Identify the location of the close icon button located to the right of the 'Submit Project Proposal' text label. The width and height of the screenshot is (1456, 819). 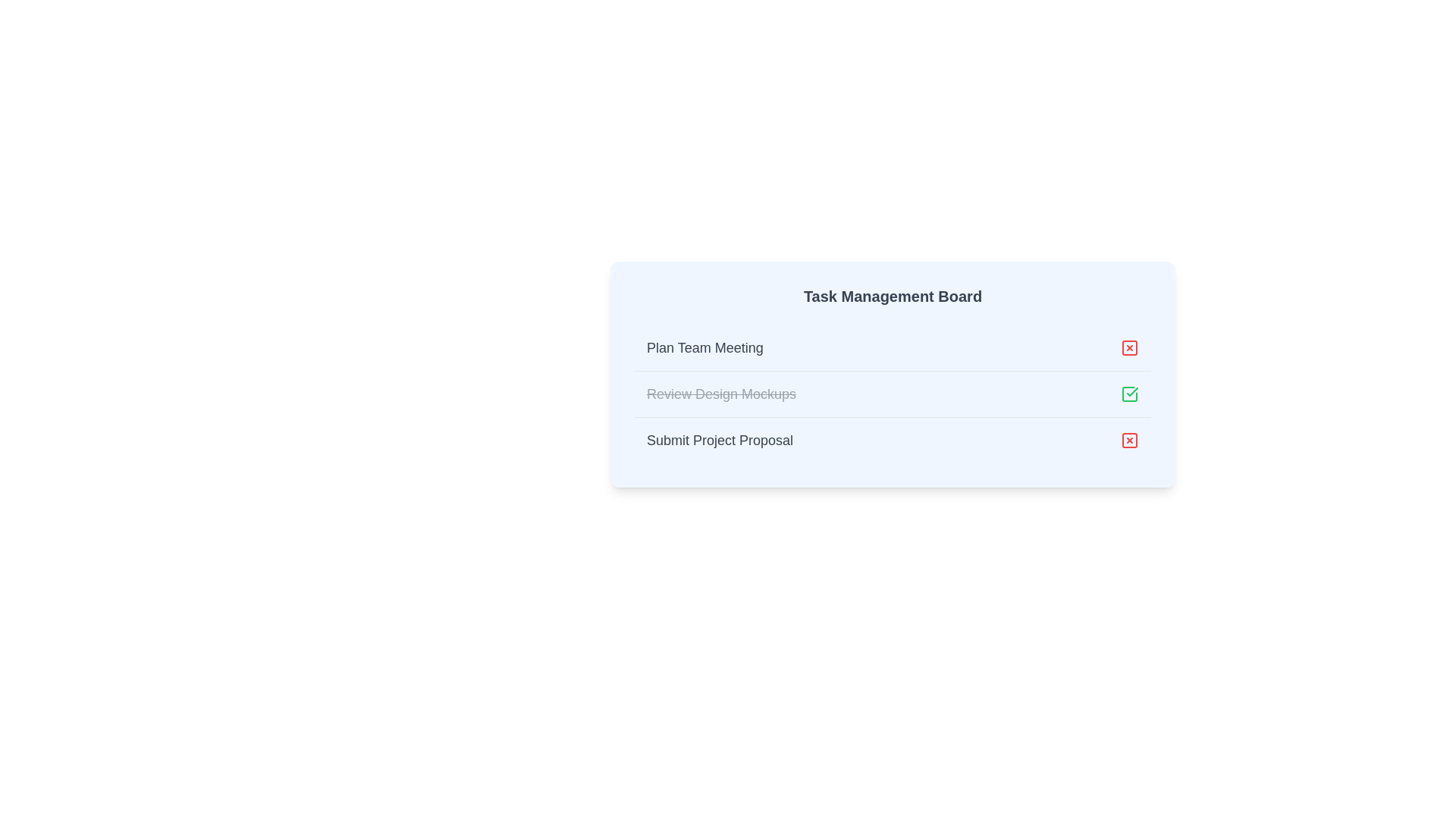
(1129, 441).